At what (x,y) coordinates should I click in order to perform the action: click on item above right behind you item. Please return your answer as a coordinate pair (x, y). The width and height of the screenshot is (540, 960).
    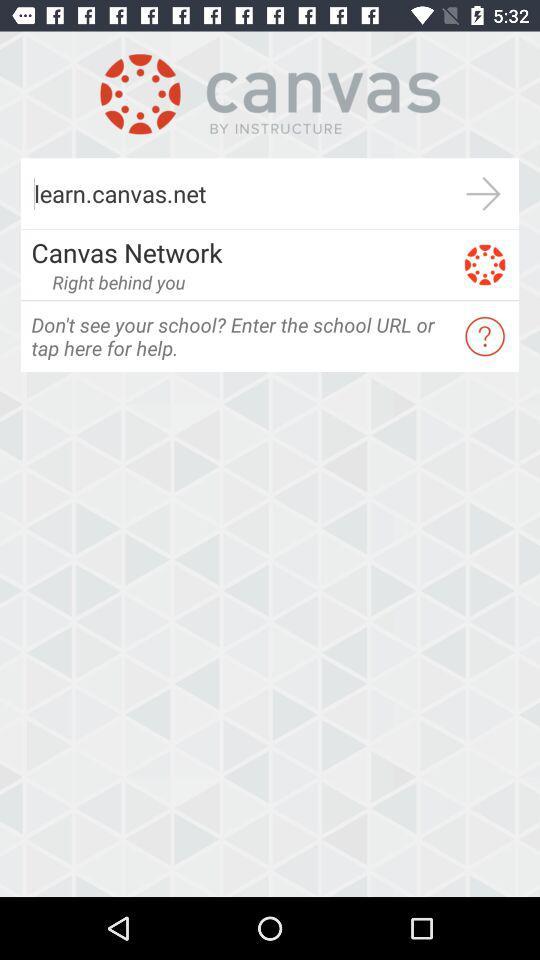
    Looking at the image, I should click on (241, 251).